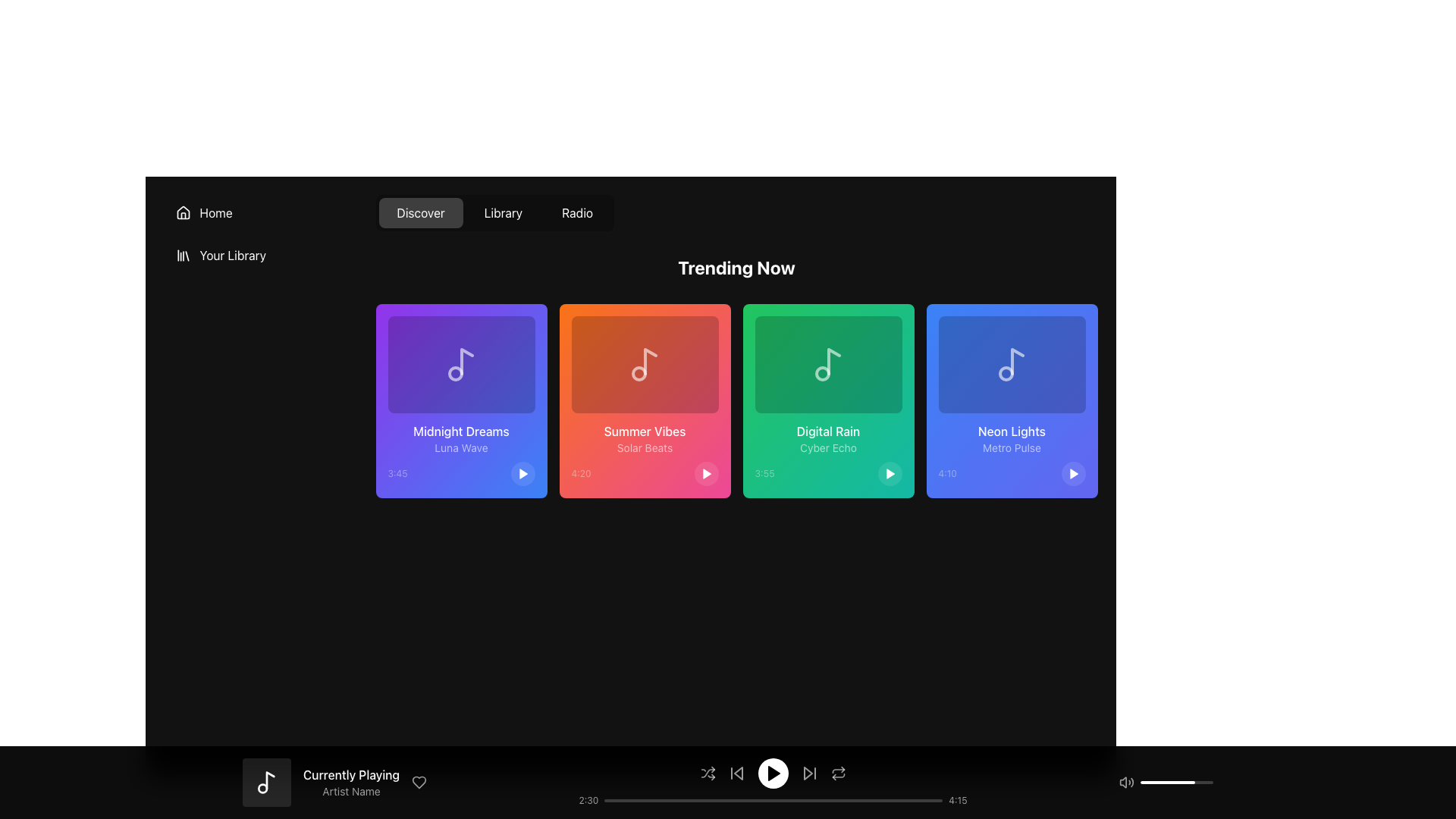 This screenshot has width=1456, height=819. Describe the element at coordinates (454, 374) in the screenshot. I see `the circular element that is part of the musical note icon above the text 'Midnight Dreams' in the first tile of the 'Trending Now' section` at that location.